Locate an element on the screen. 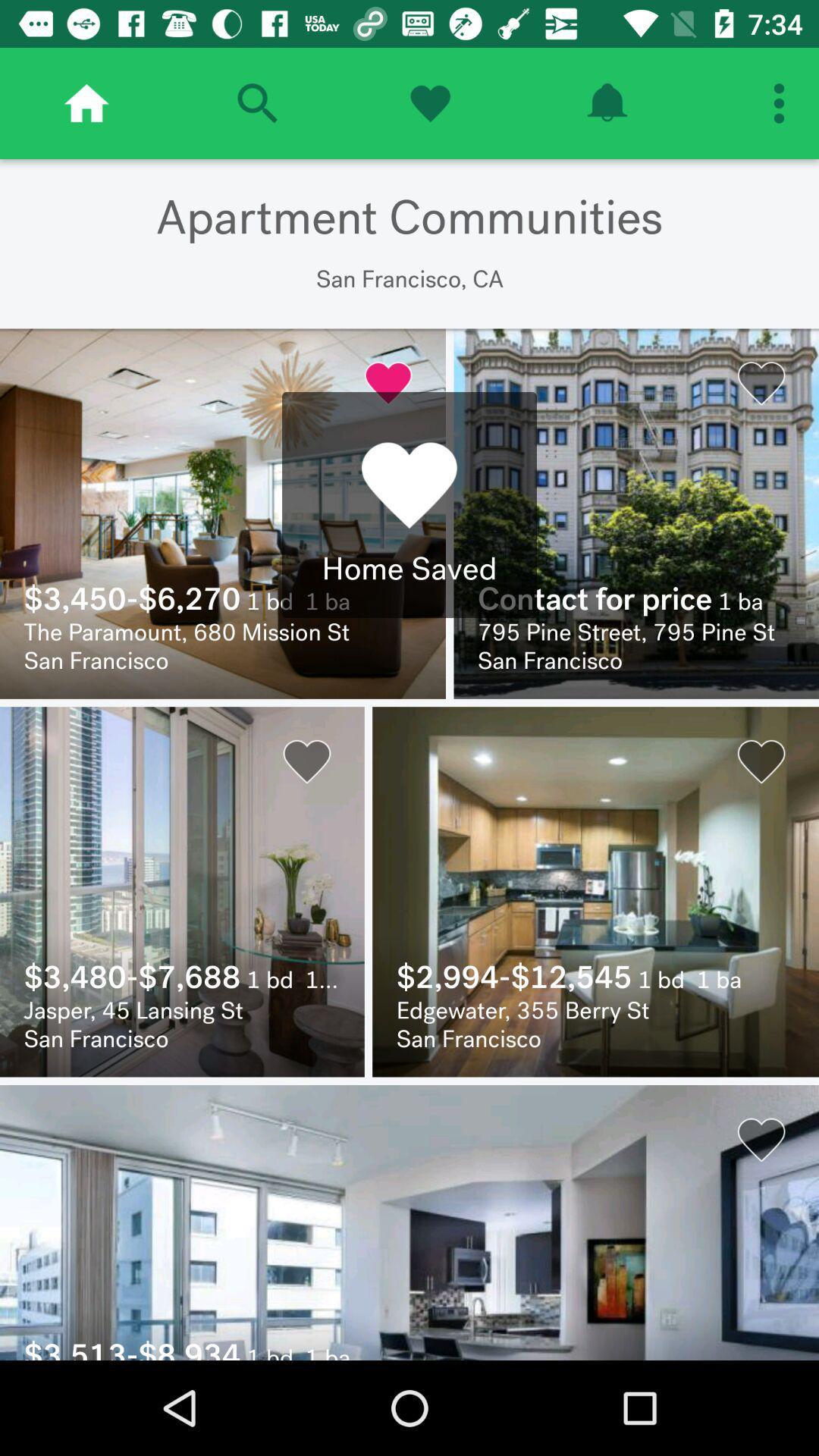 The height and width of the screenshot is (1456, 819). search for apartments is located at coordinates (256, 102).